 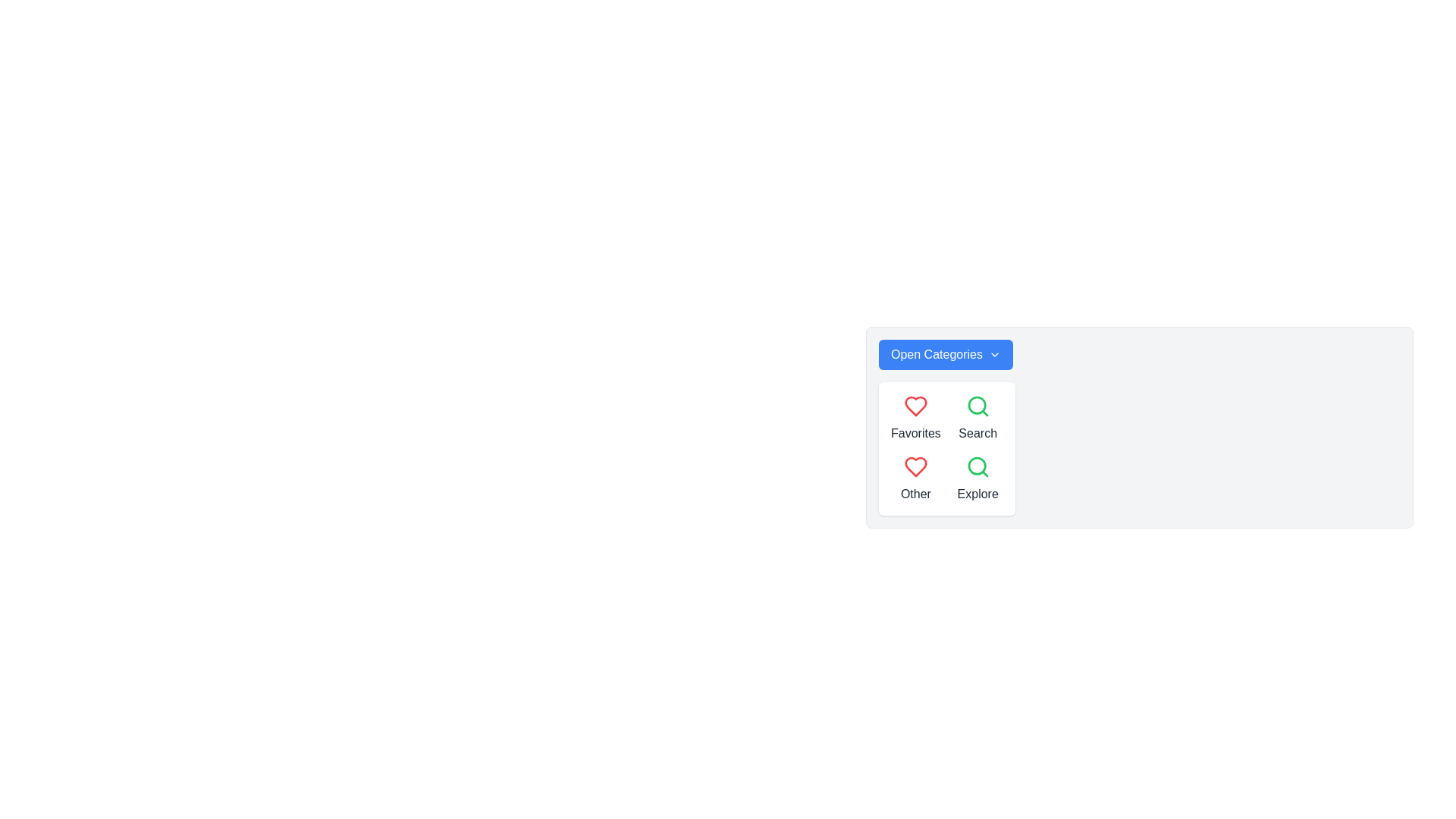 I want to click on the 'Categories' dropdown button located at the top of the section, so click(x=945, y=354).